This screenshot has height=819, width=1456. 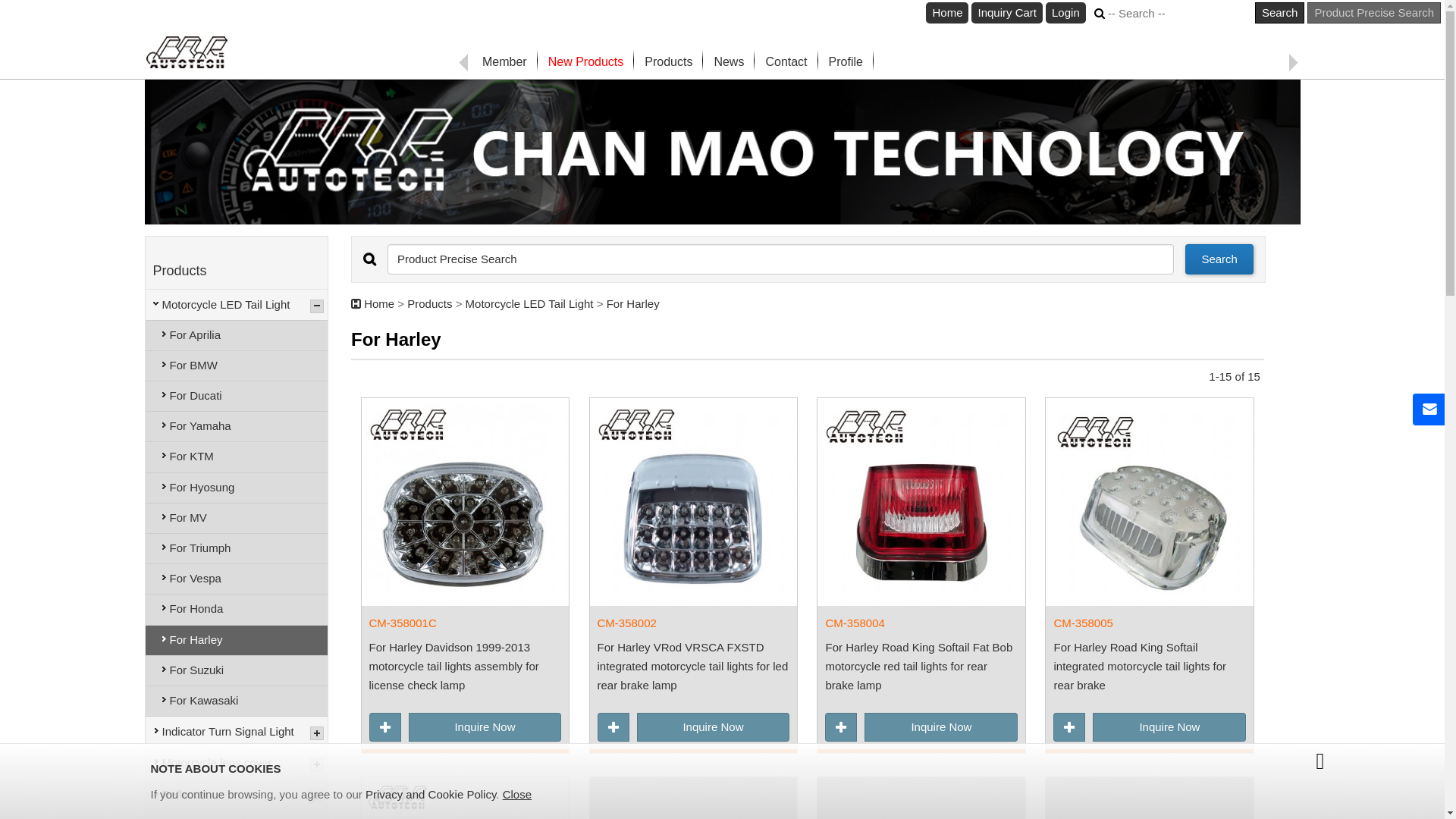 What do you see at coordinates (613, 726) in the screenshot?
I see `'Add to Inquiry Cart'` at bounding box center [613, 726].